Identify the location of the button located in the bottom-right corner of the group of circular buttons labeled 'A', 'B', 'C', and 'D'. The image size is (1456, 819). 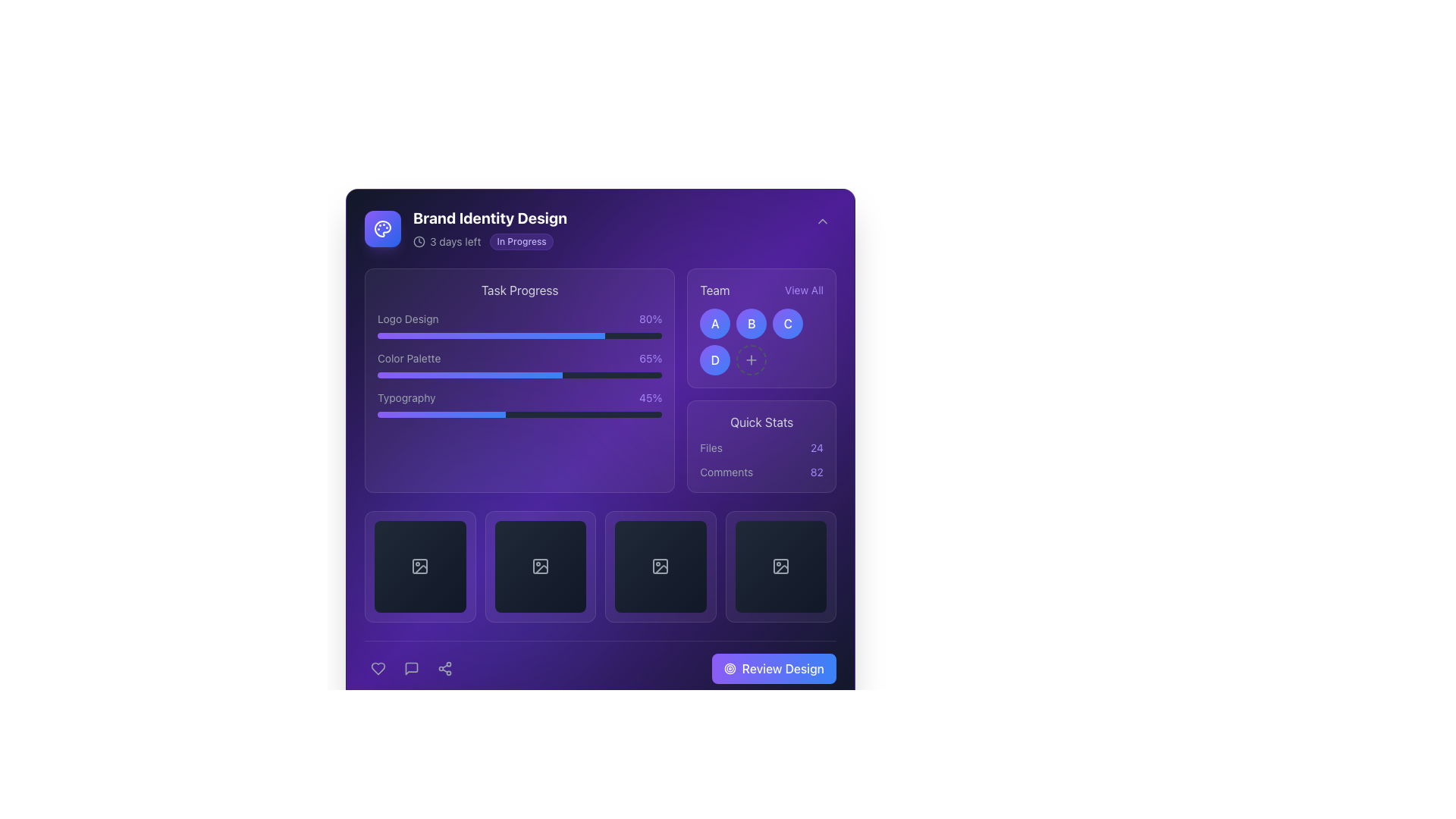
(752, 359).